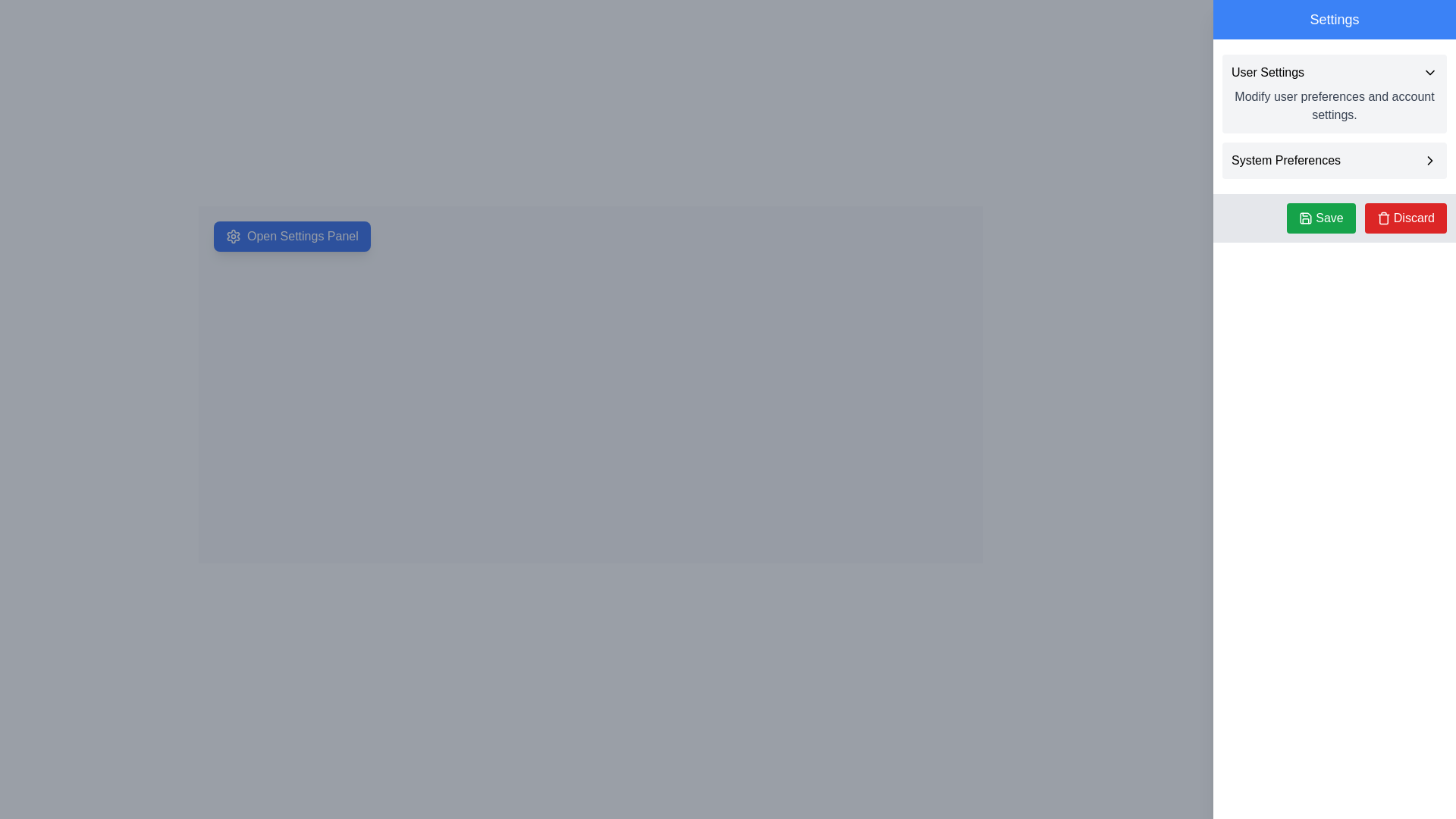  I want to click on the chevron button located to the far right of the 'System Preferences' text in the Settings interface, so click(1429, 161).